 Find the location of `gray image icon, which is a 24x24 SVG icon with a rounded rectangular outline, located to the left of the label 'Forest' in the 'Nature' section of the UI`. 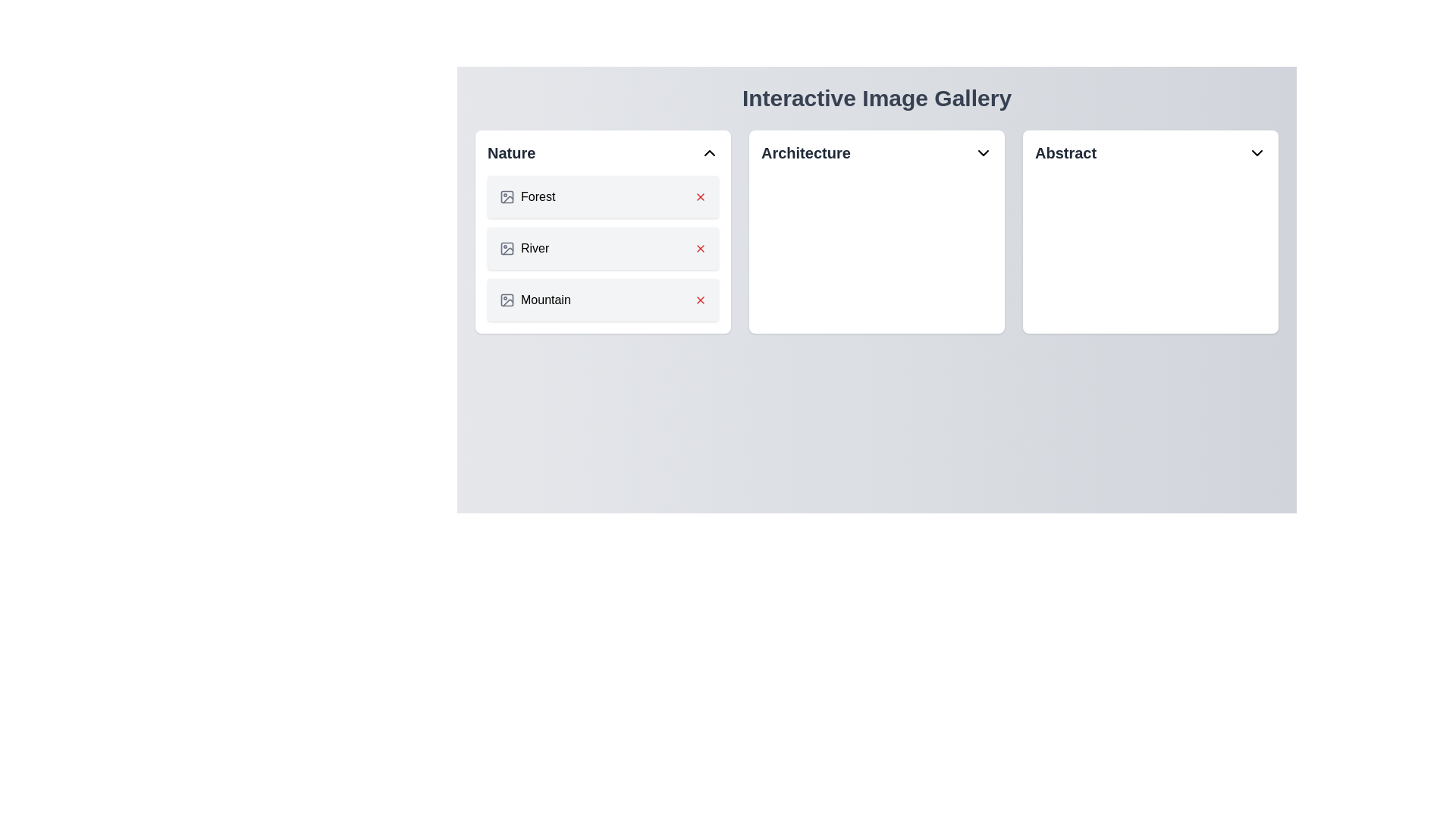

gray image icon, which is a 24x24 SVG icon with a rounded rectangular outline, located to the left of the label 'Forest' in the 'Nature' section of the UI is located at coordinates (507, 196).